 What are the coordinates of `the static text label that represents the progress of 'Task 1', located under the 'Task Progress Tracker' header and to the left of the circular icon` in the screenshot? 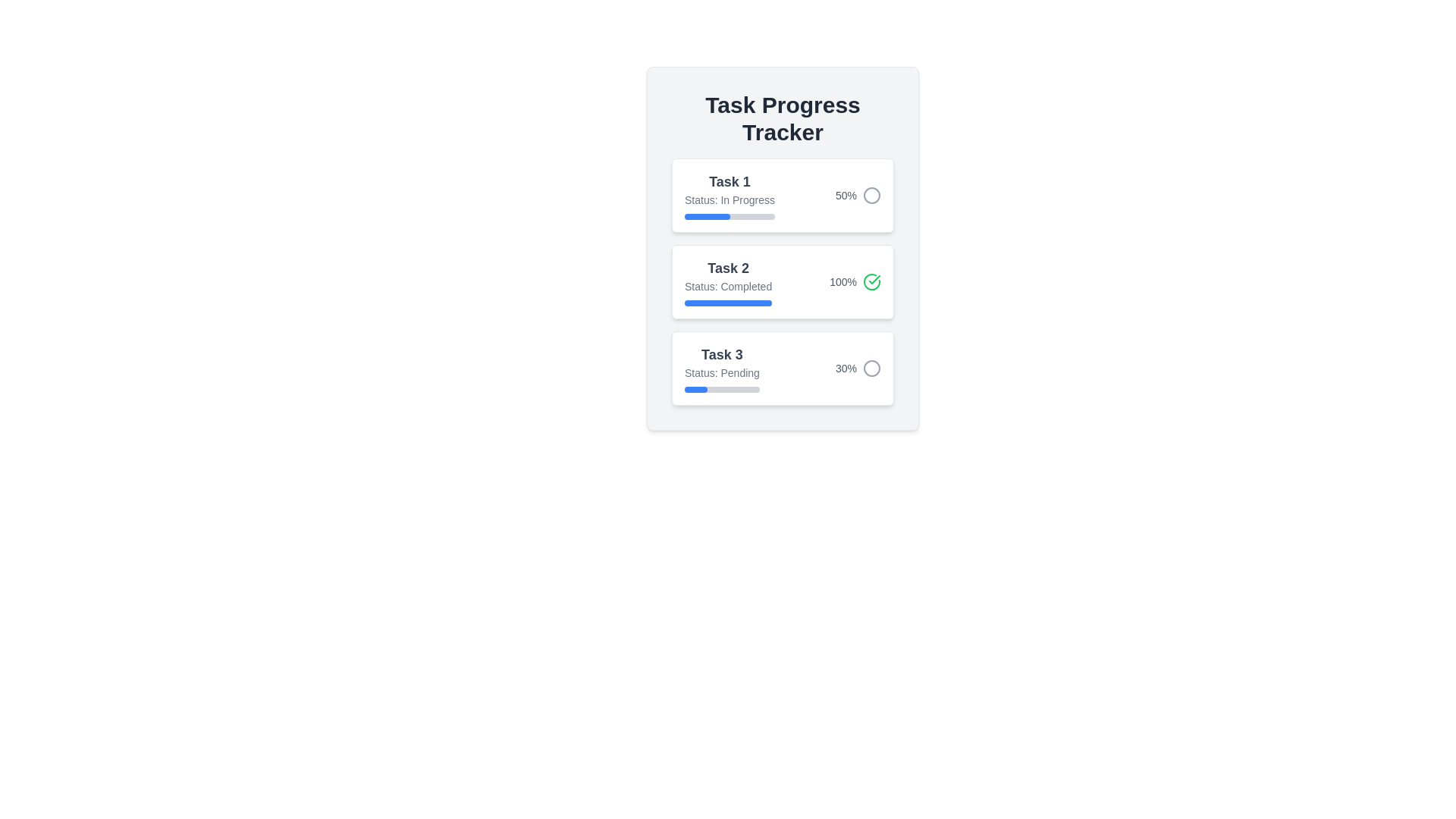 It's located at (845, 195).